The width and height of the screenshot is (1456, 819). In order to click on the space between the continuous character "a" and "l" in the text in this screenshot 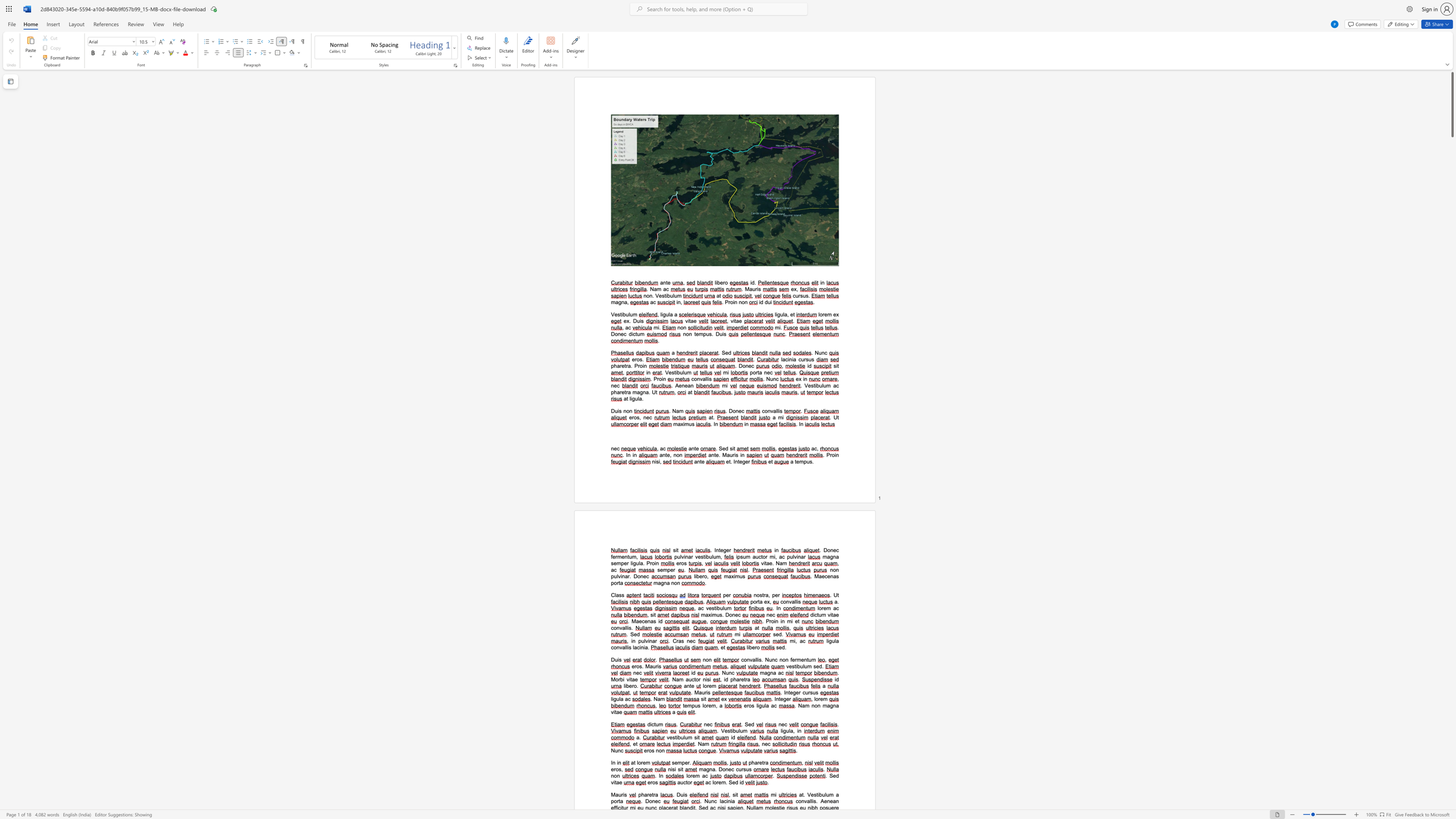, I will do `click(624, 627)`.